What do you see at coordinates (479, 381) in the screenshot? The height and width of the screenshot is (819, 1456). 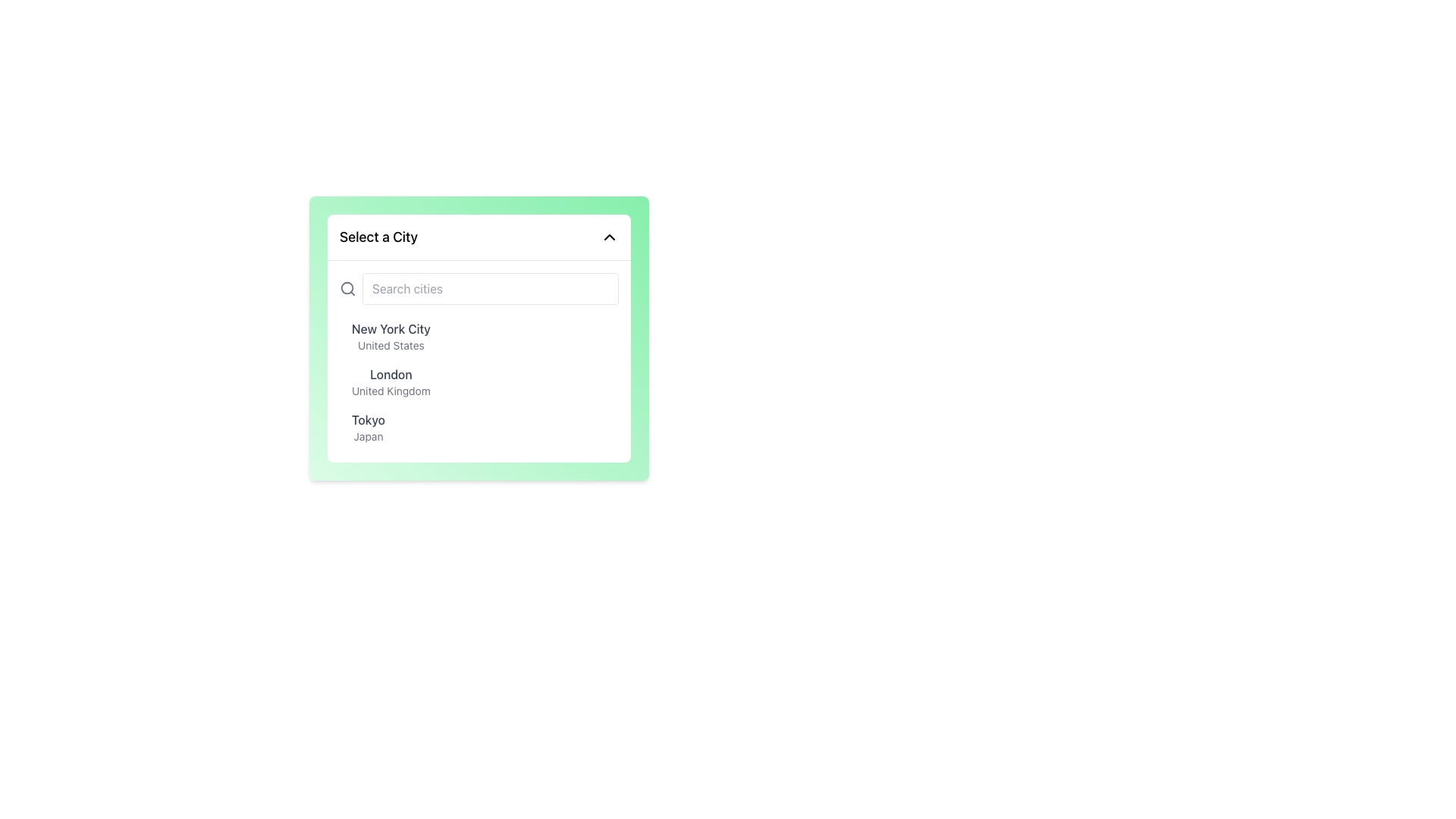 I see `the second item in the city selection dropdown` at bounding box center [479, 381].